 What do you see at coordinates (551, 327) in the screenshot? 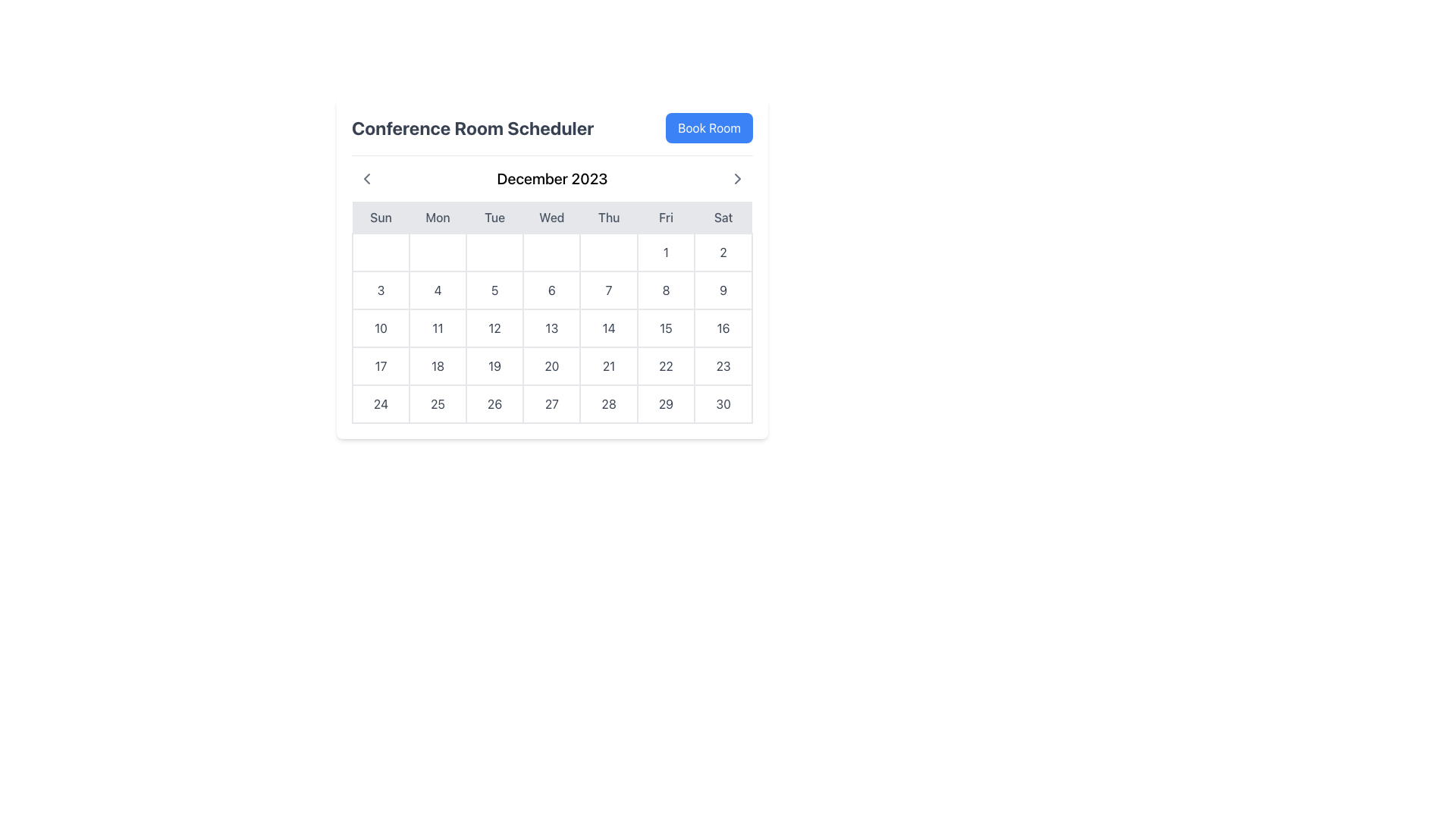
I see `the Calendar Date Cell indicating the 13th of the month` at bounding box center [551, 327].